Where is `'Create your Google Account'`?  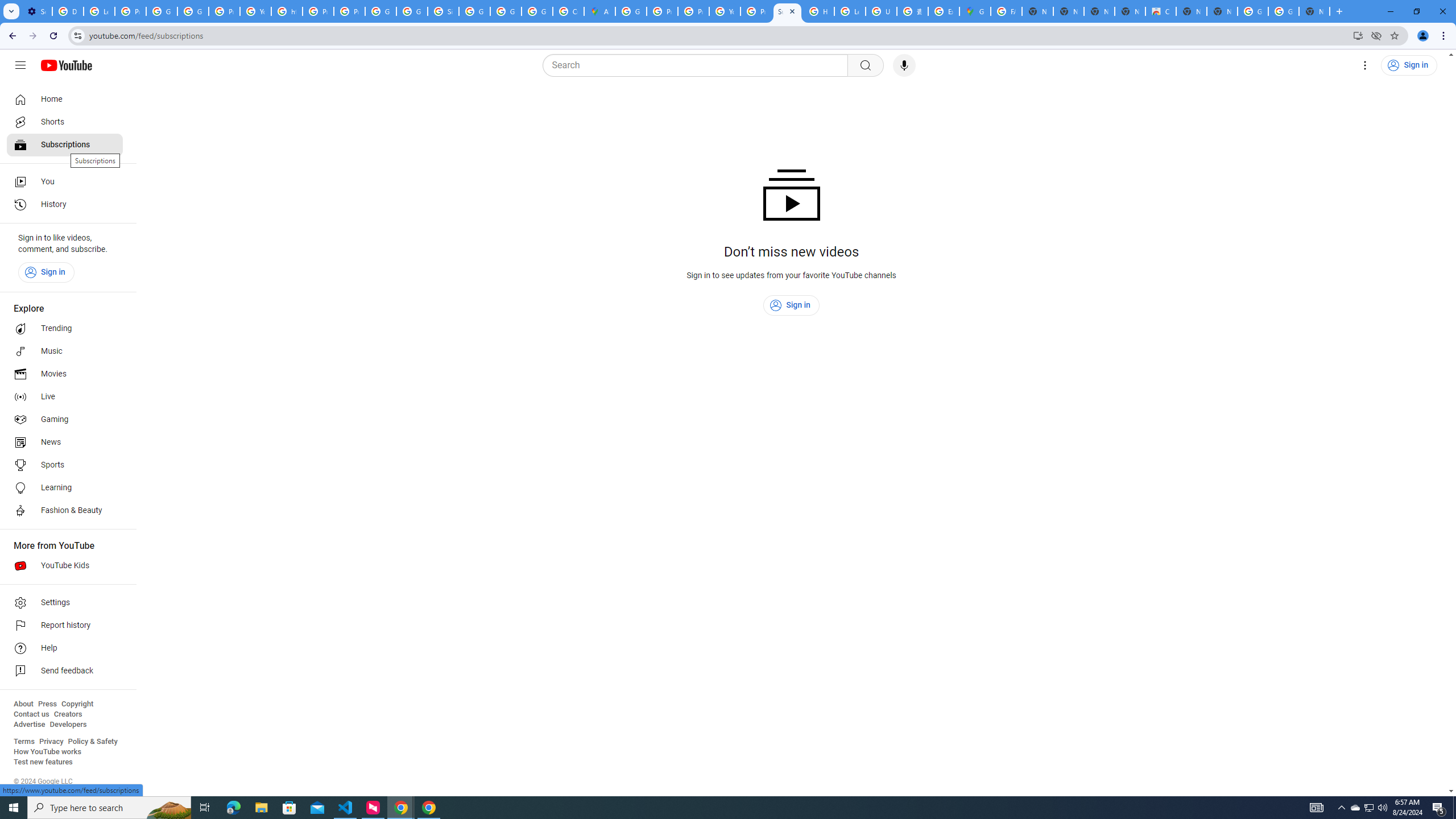 'Create your Google Account' is located at coordinates (568, 11).